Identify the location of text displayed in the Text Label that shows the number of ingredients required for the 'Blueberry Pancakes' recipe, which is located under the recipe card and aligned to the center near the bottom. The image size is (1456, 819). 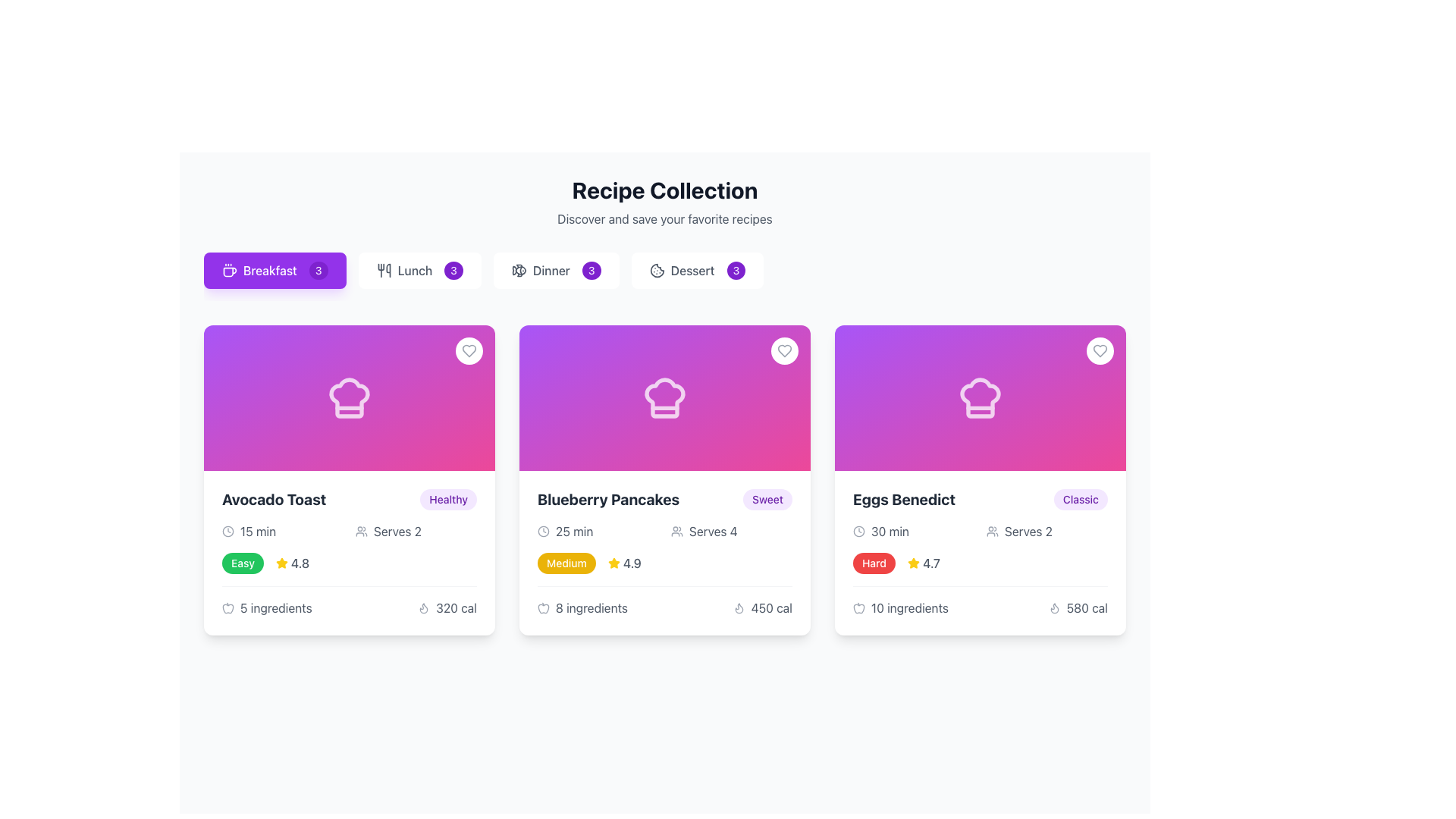
(591, 607).